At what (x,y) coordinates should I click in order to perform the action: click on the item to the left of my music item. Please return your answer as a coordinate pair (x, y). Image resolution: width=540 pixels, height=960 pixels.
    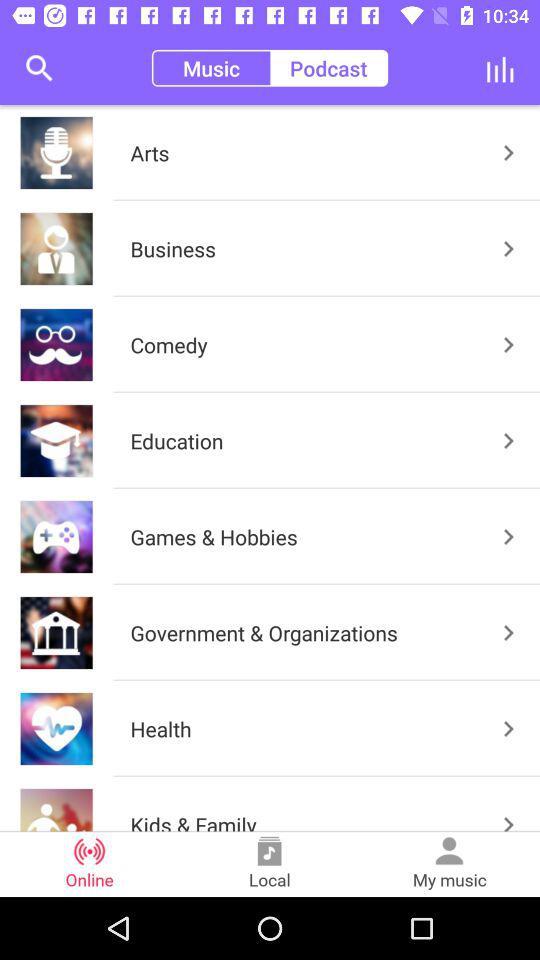
    Looking at the image, I should click on (270, 863).